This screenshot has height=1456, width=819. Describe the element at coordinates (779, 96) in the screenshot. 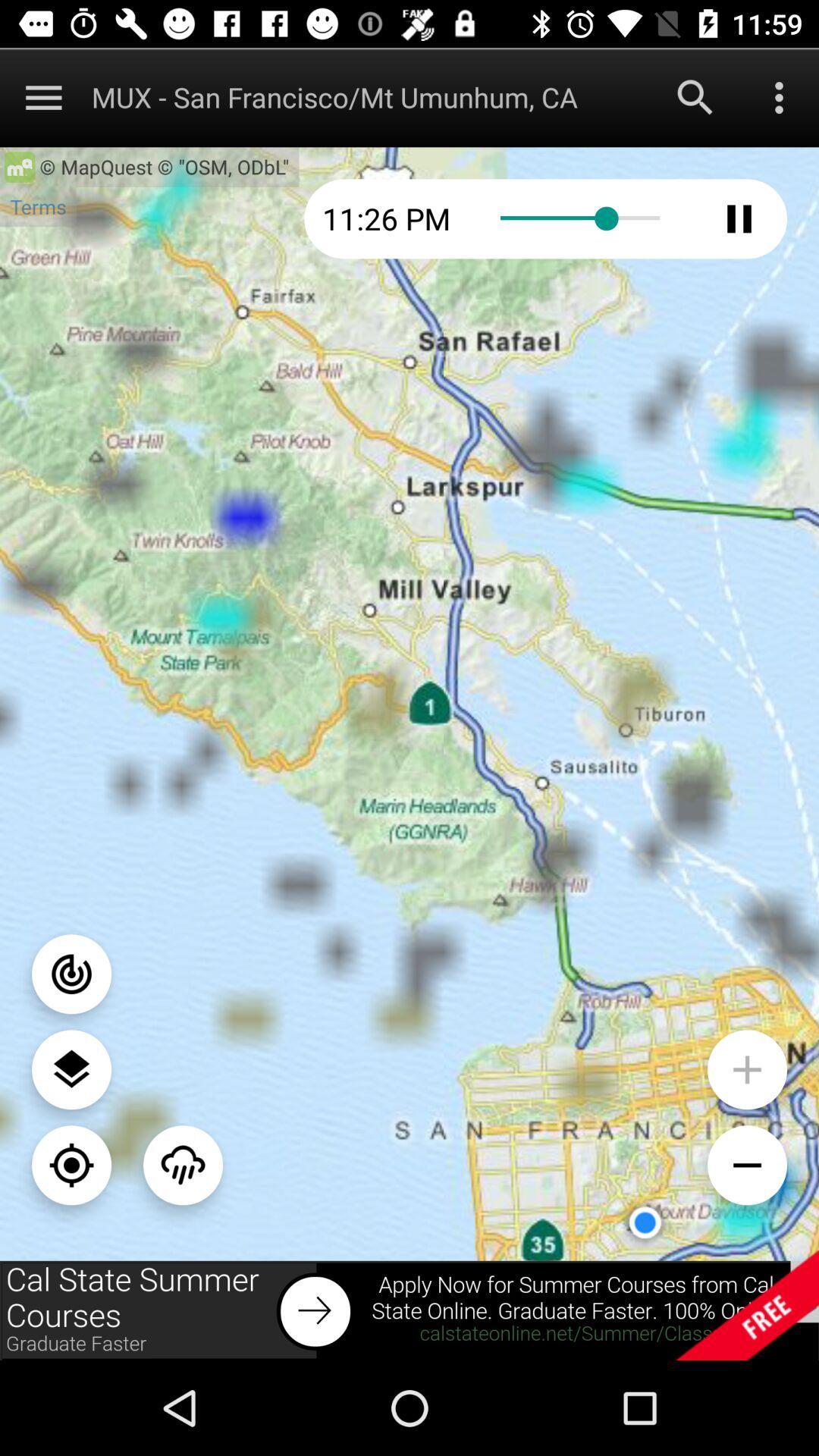

I see `oveview option` at that location.